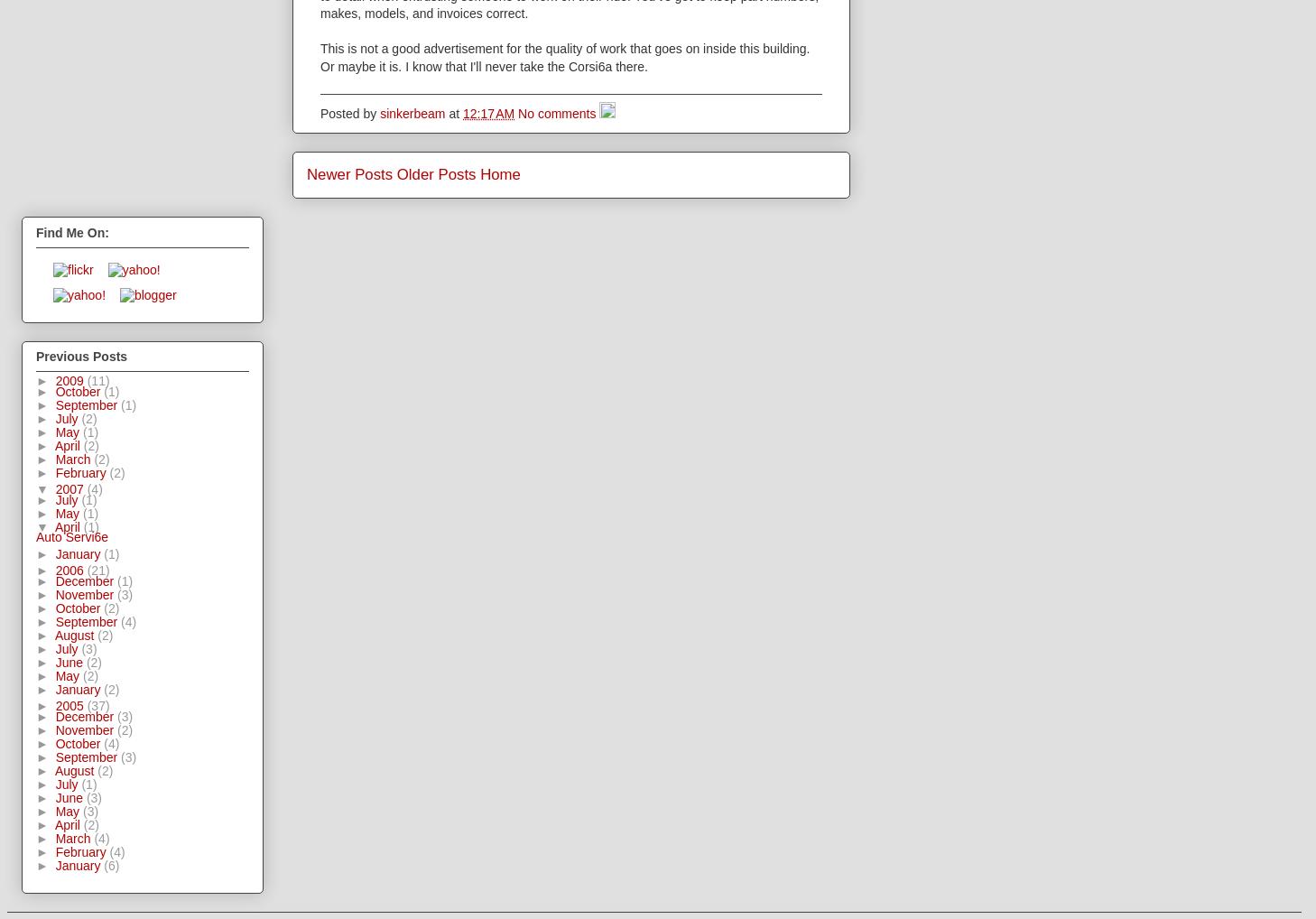 The height and width of the screenshot is (919, 1316). Describe the element at coordinates (70, 379) in the screenshot. I see `'2009'` at that location.